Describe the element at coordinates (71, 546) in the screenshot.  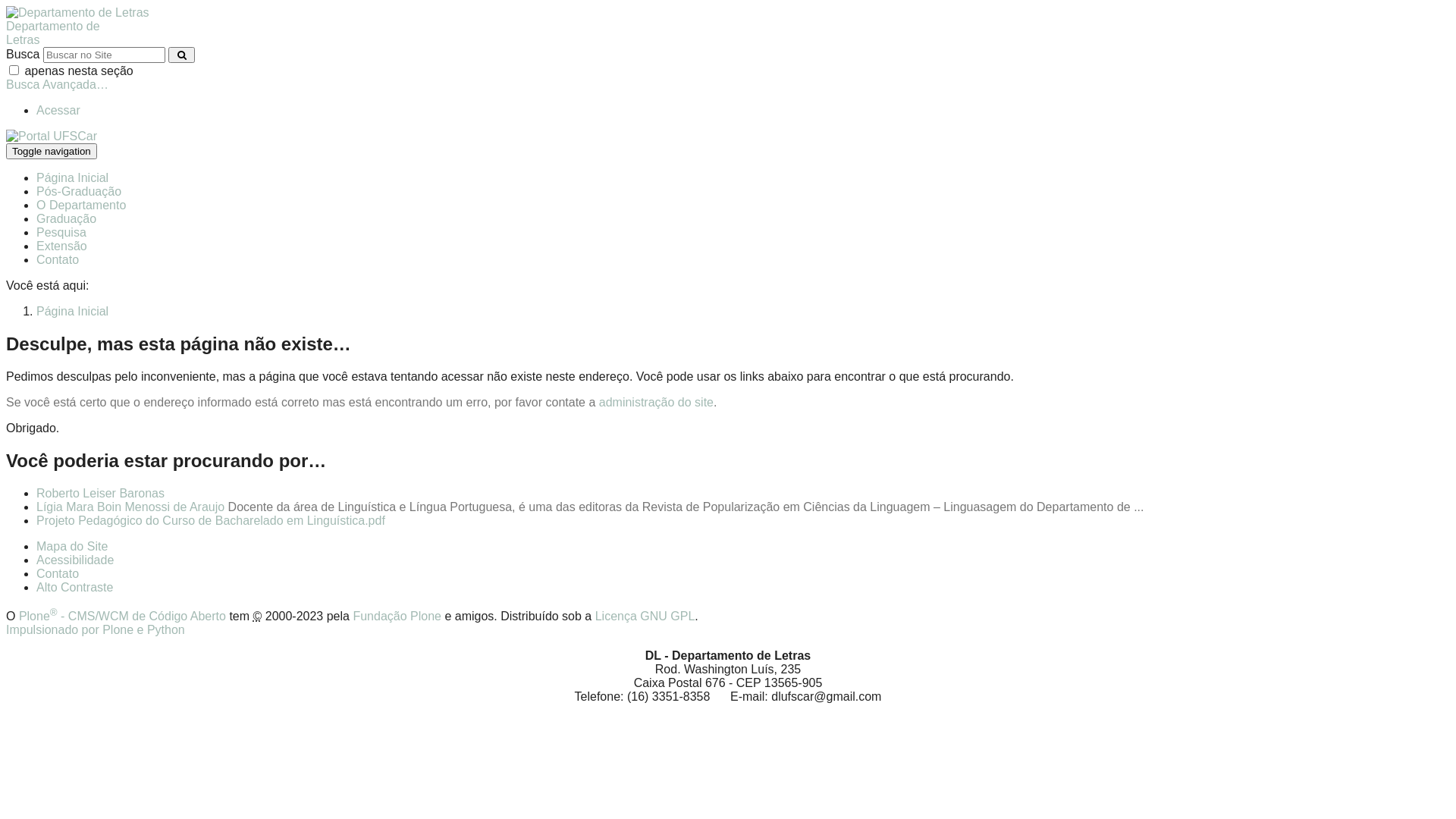
I see `'Mapa do Site'` at that location.